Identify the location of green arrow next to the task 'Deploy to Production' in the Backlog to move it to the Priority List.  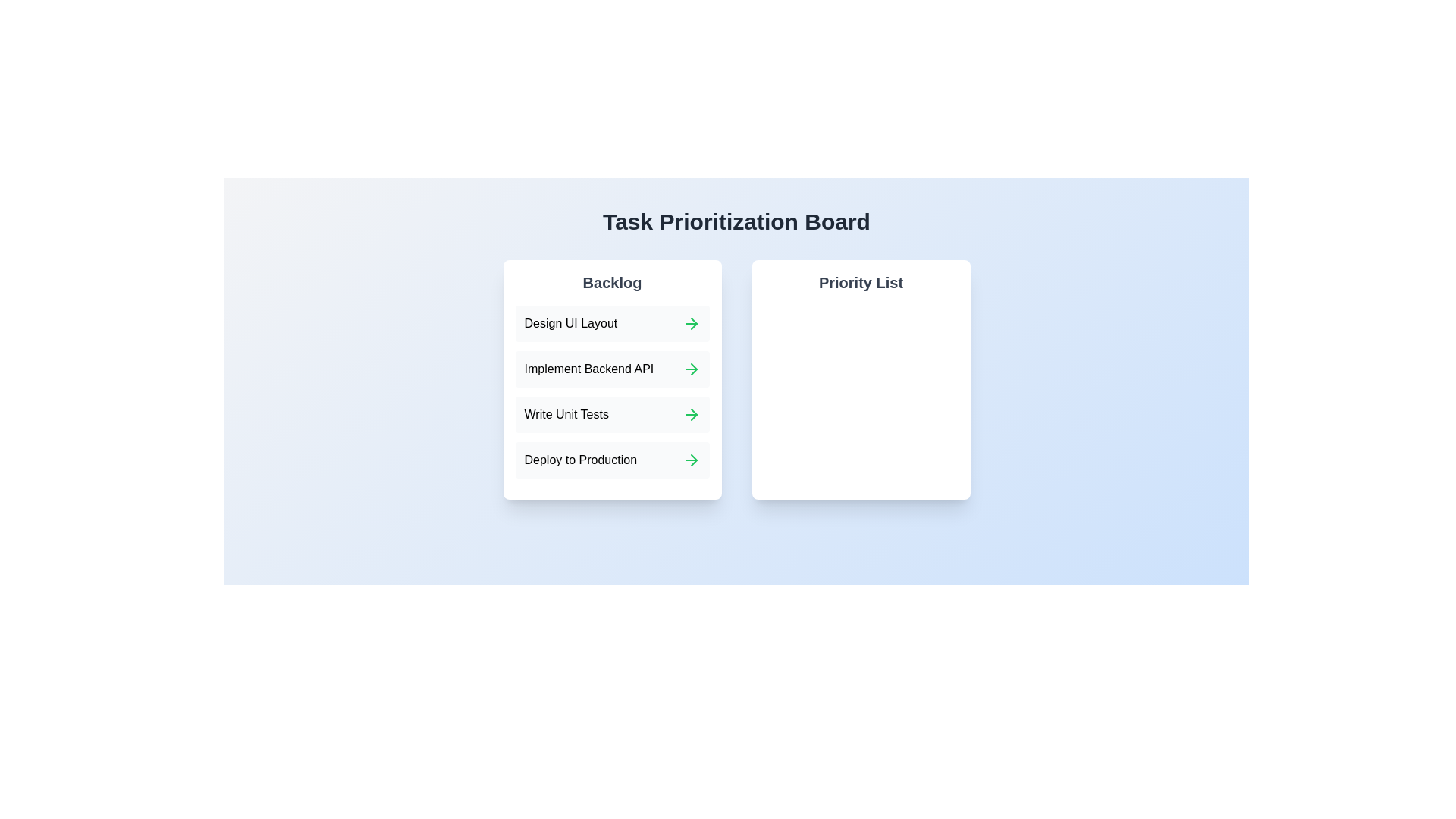
(690, 459).